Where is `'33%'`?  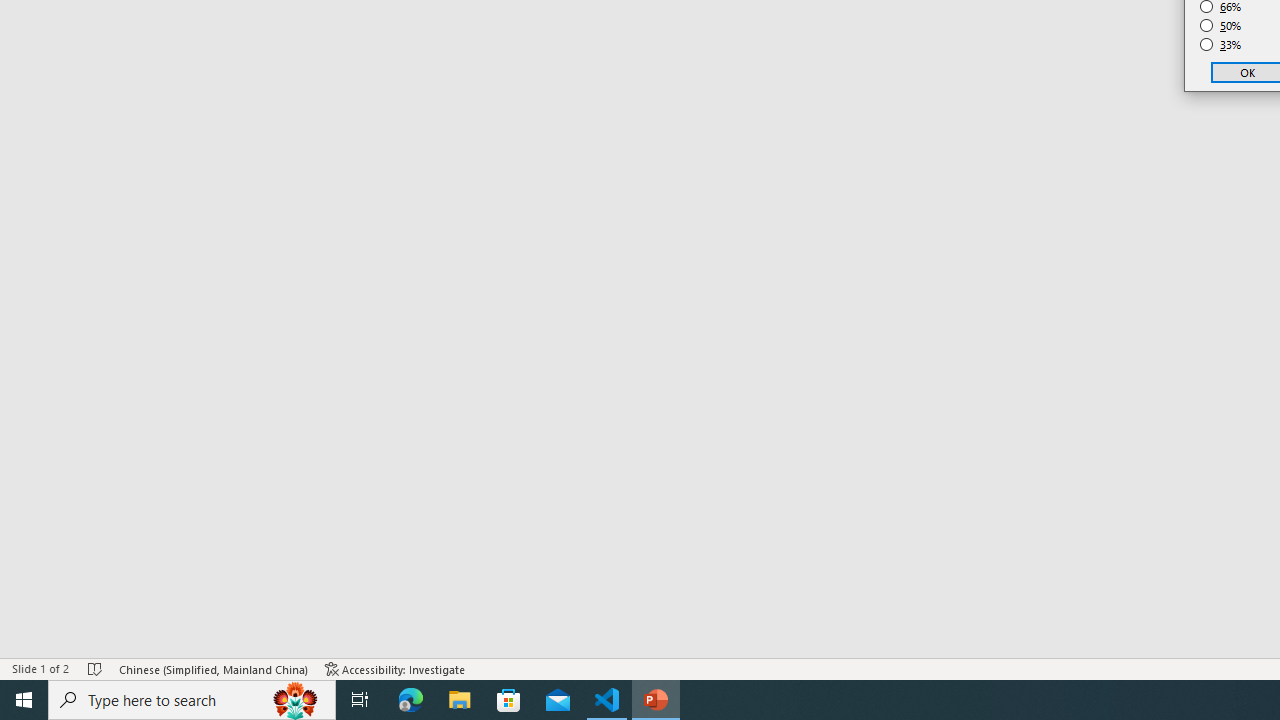 '33%' is located at coordinates (1220, 45).